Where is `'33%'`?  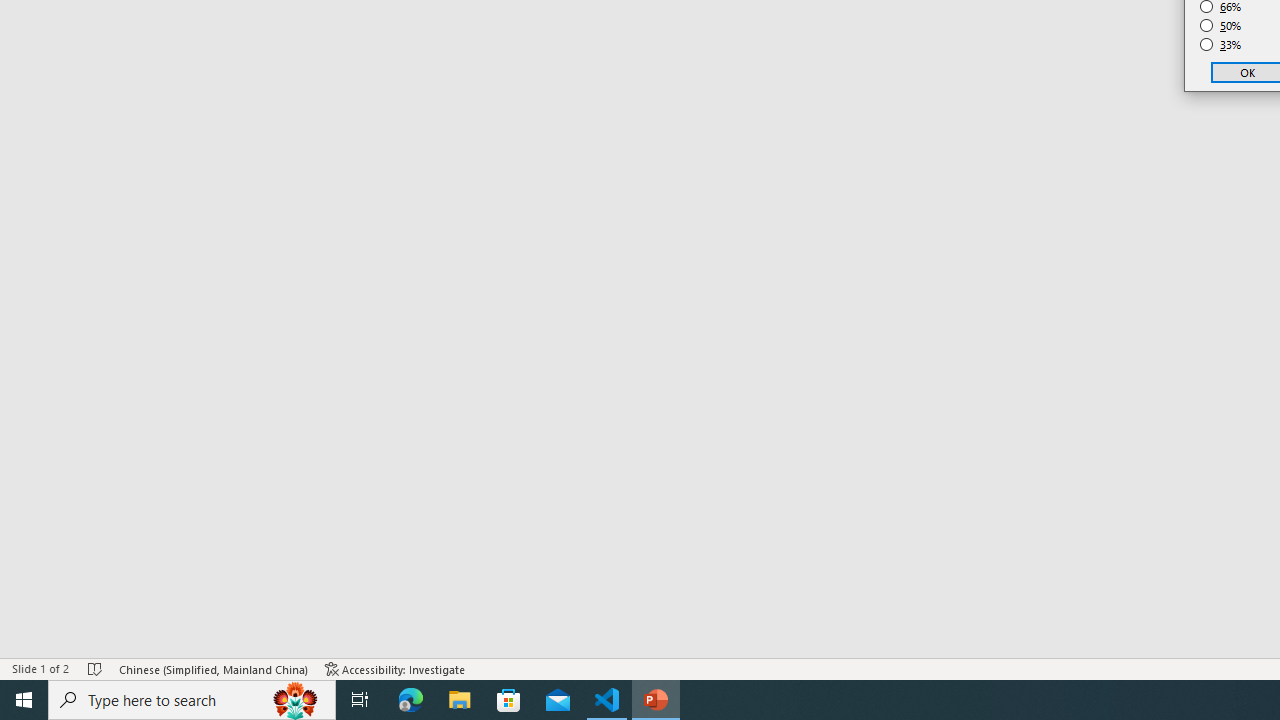 '33%' is located at coordinates (1220, 45).